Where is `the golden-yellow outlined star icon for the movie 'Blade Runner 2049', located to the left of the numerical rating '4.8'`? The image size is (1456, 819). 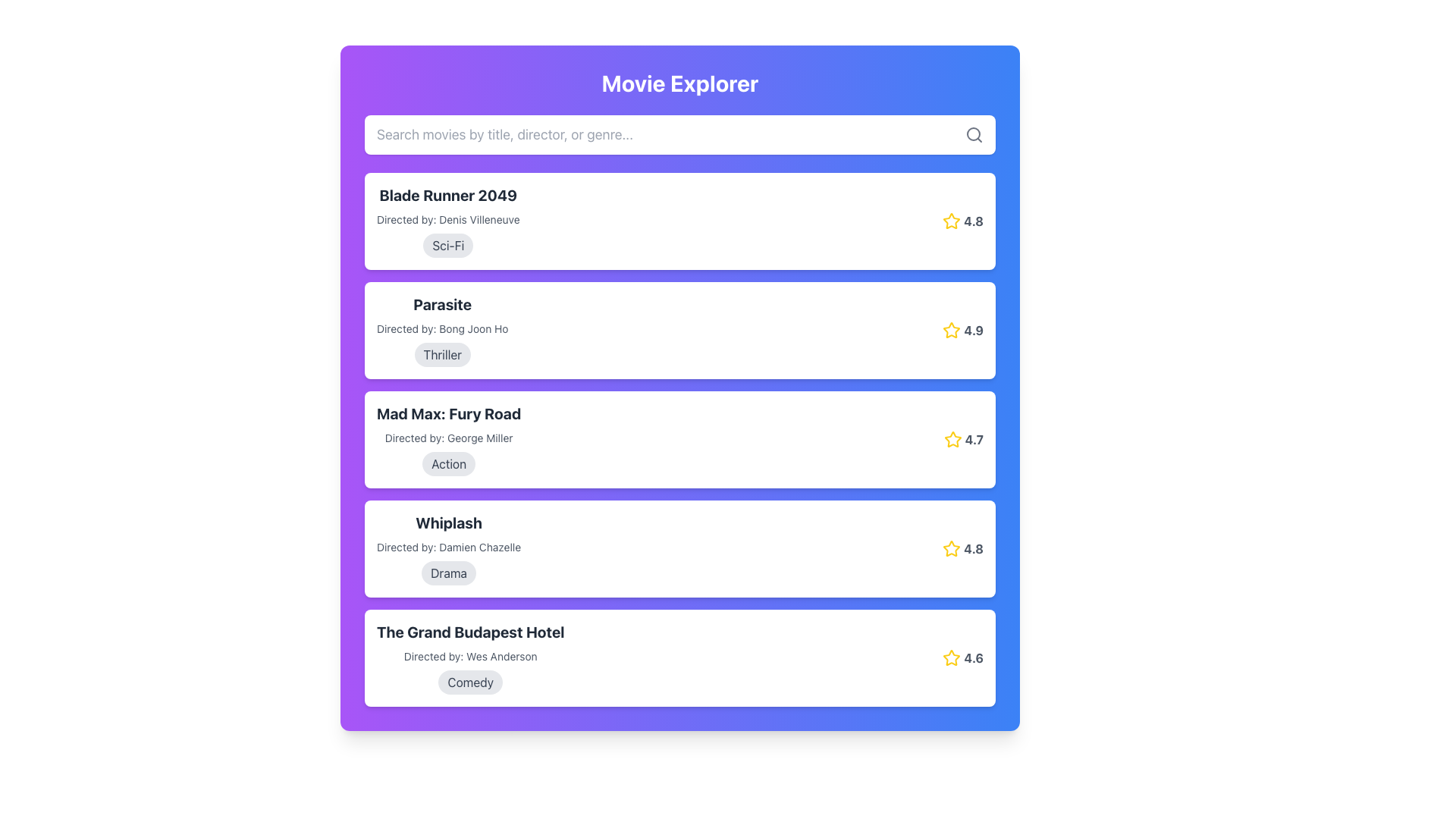
the golden-yellow outlined star icon for the movie 'Blade Runner 2049', located to the left of the numerical rating '4.8' is located at coordinates (951, 221).